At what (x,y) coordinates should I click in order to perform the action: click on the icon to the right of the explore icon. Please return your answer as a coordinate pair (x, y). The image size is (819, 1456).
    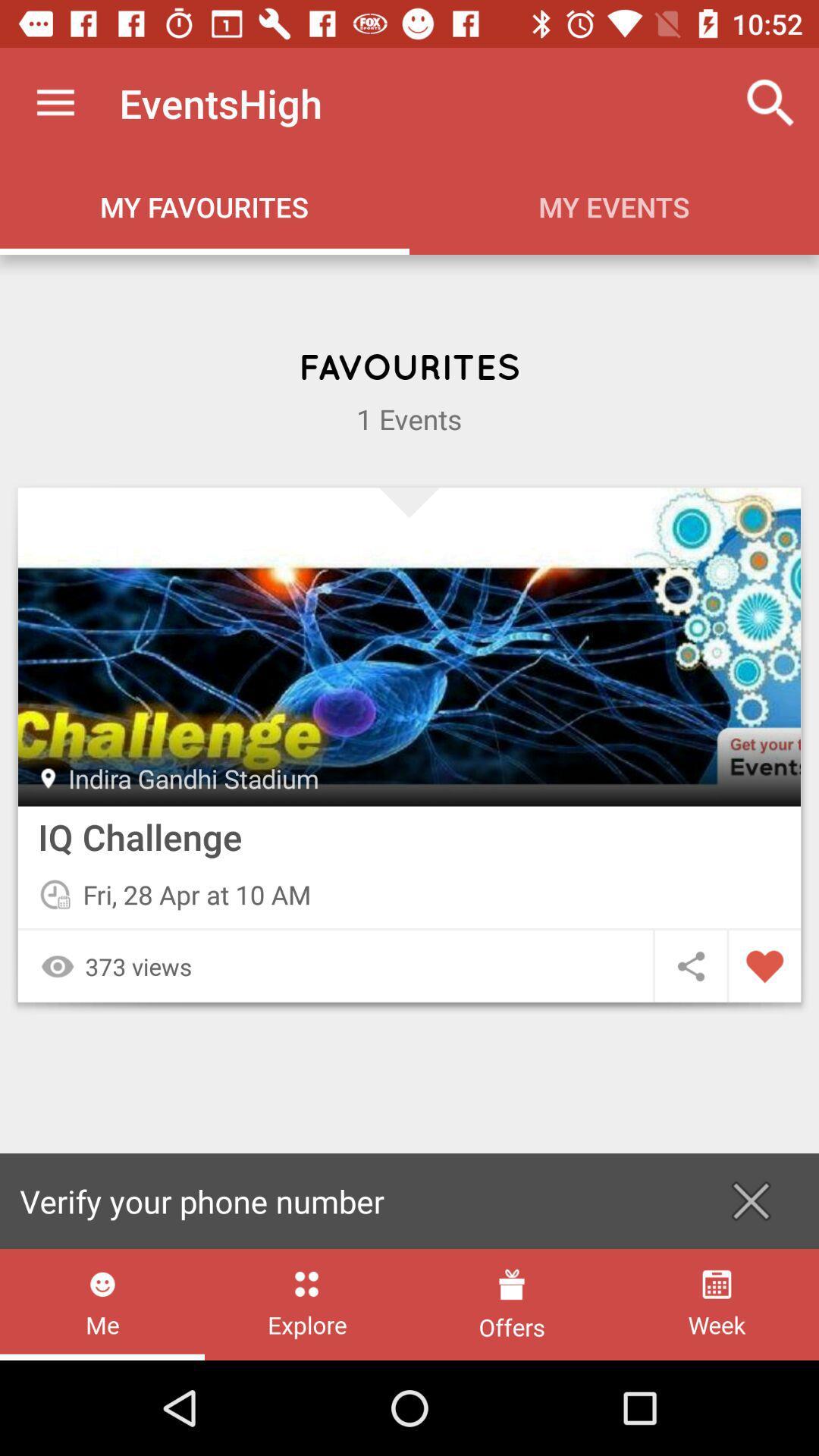
    Looking at the image, I should click on (512, 1304).